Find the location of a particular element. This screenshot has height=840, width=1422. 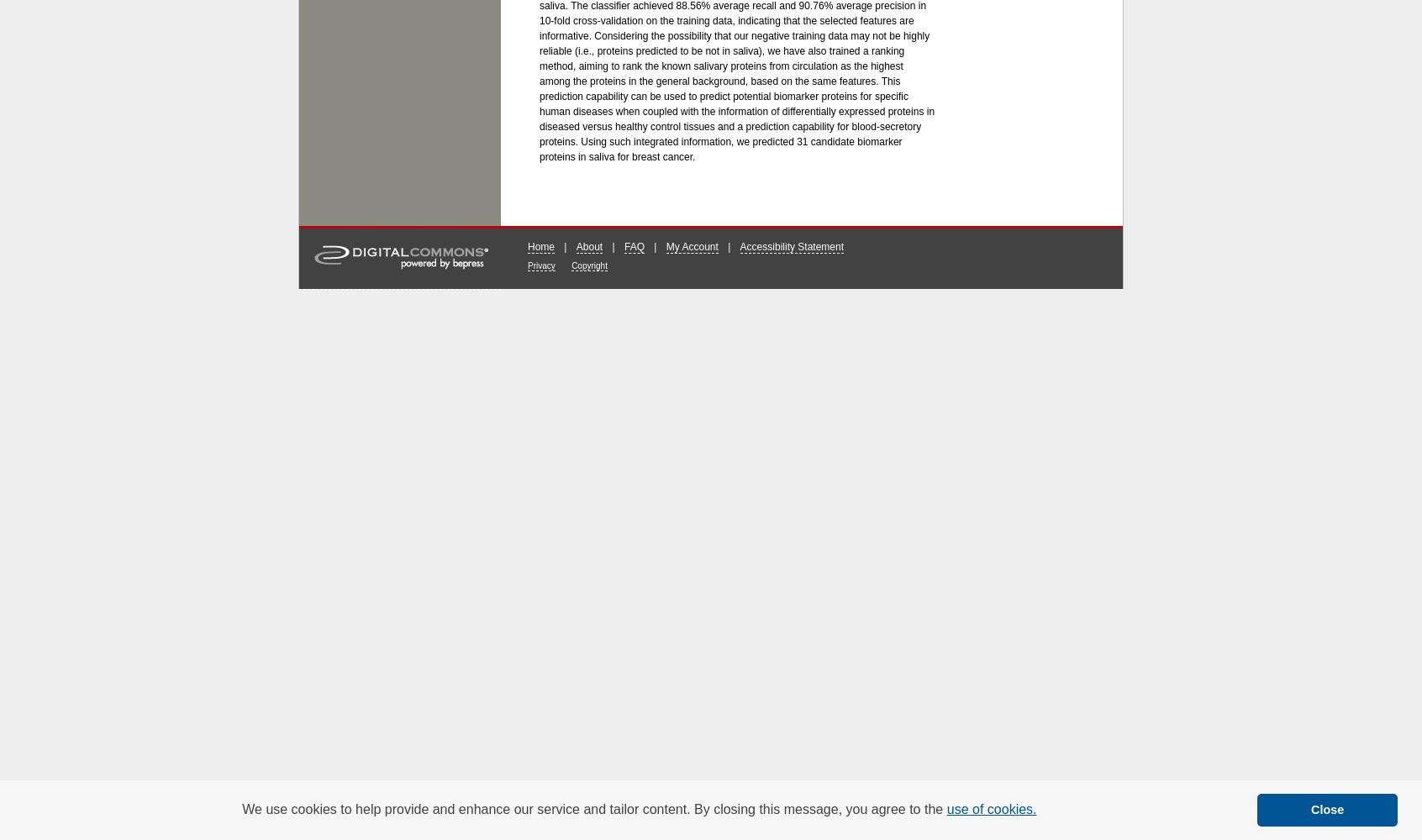

'Close' is located at coordinates (1326, 809).